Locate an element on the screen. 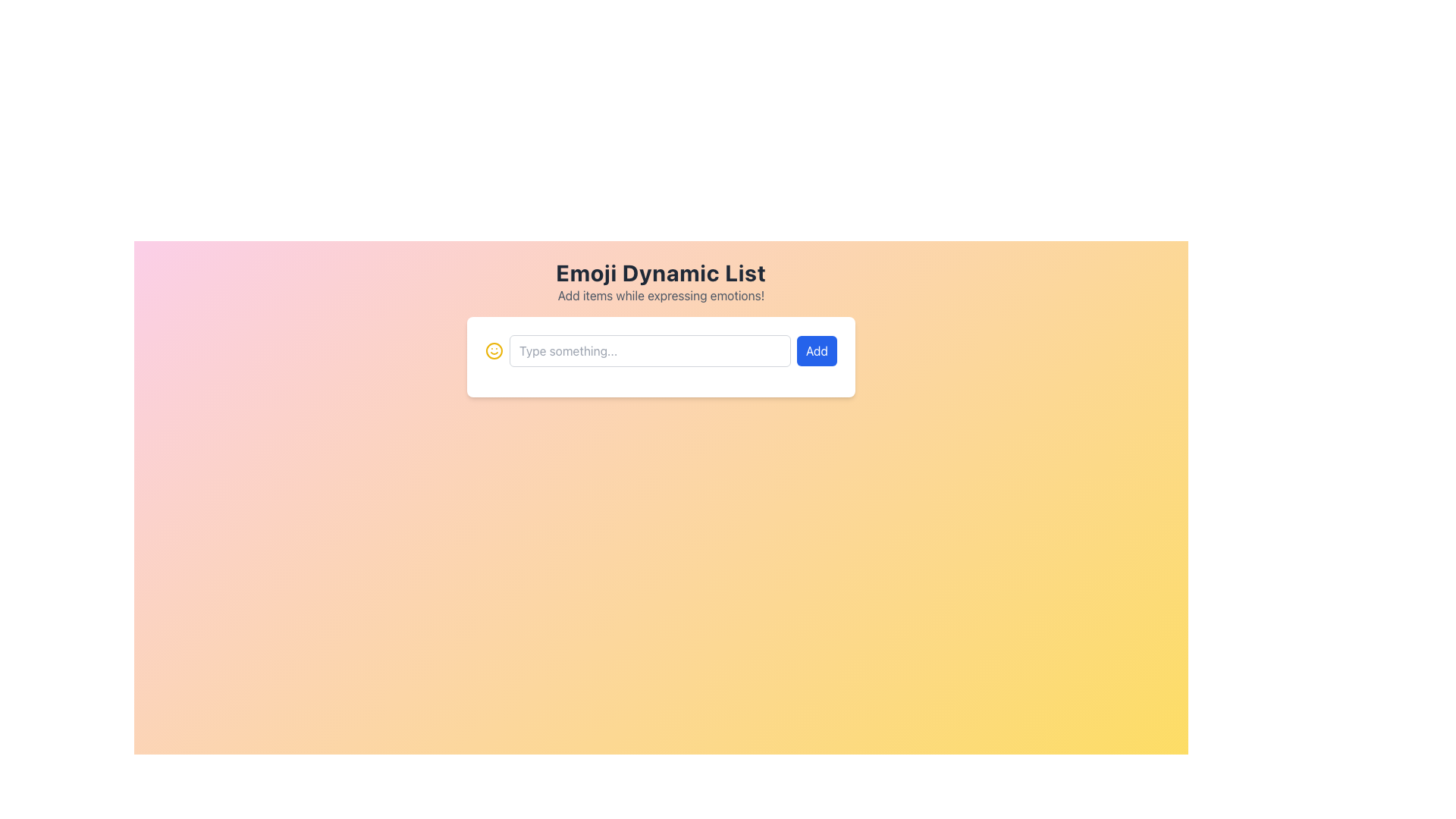 The image size is (1456, 819). the blue 'Add' button with rounded corners is located at coordinates (816, 350).